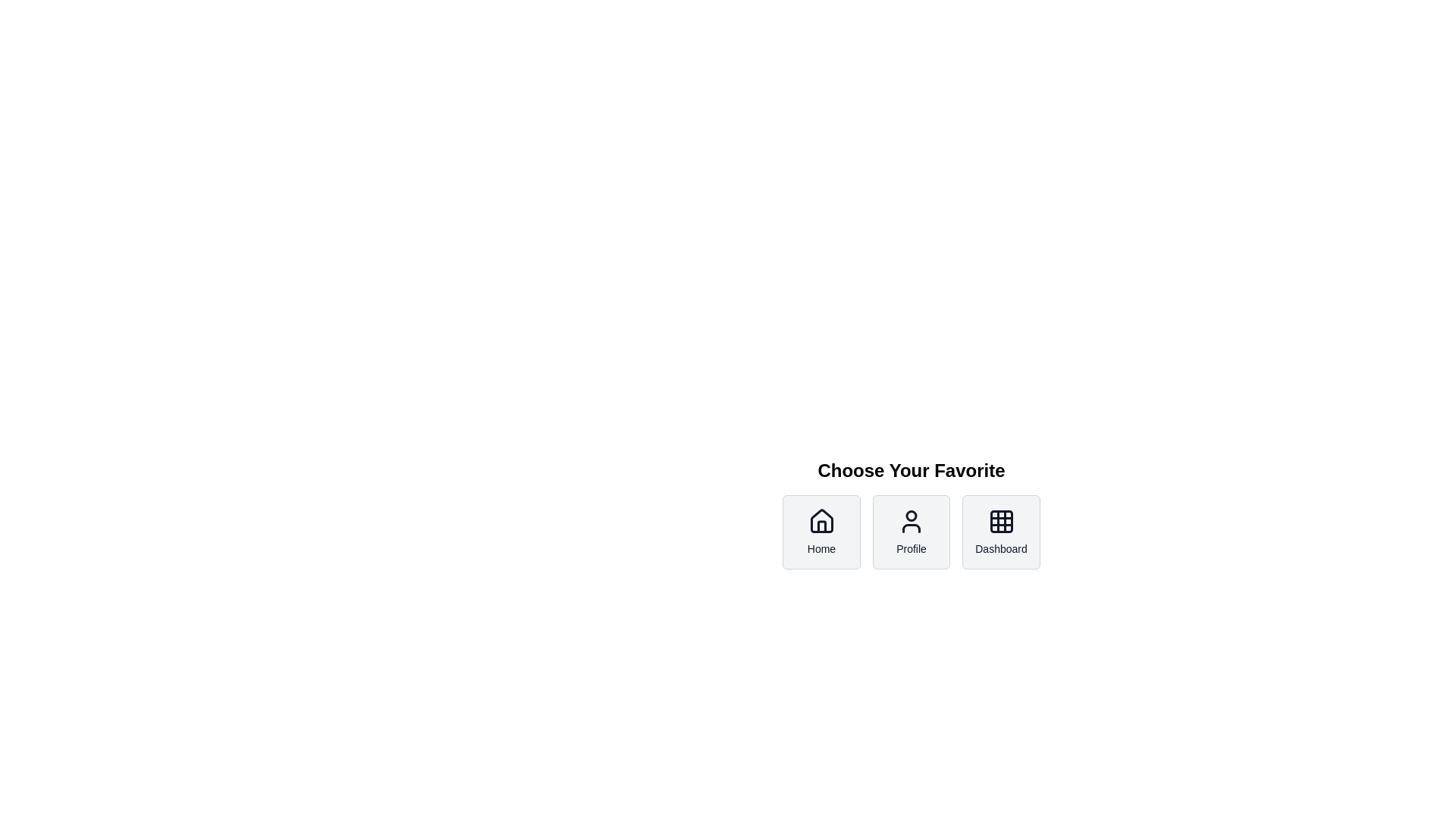  What do you see at coordinates (821, 532) in the screenshot?
I see `the navigation button located in the bottom-right part of the interface` at bounding box center [821, 532].